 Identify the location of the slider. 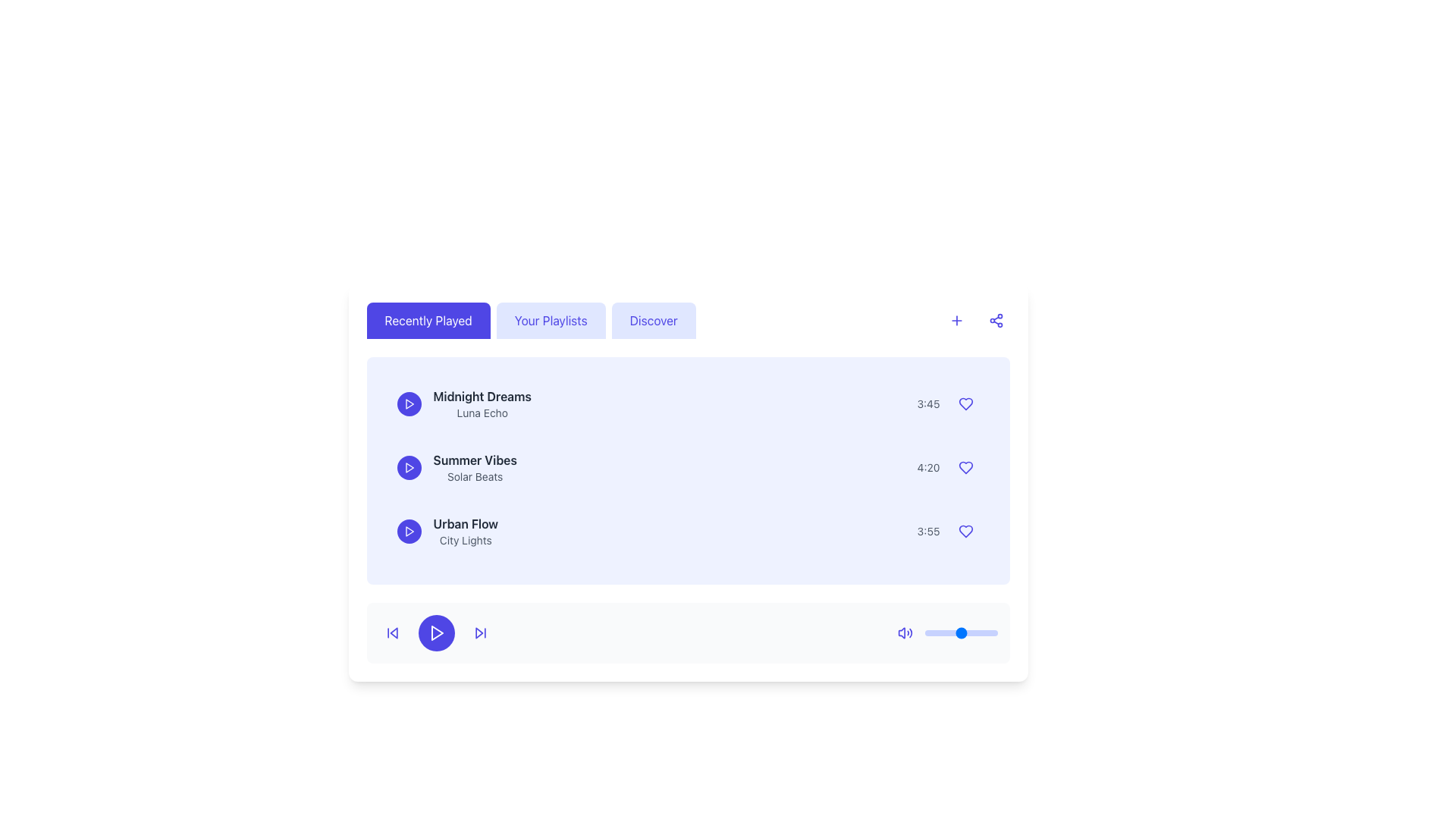
(979, 632).